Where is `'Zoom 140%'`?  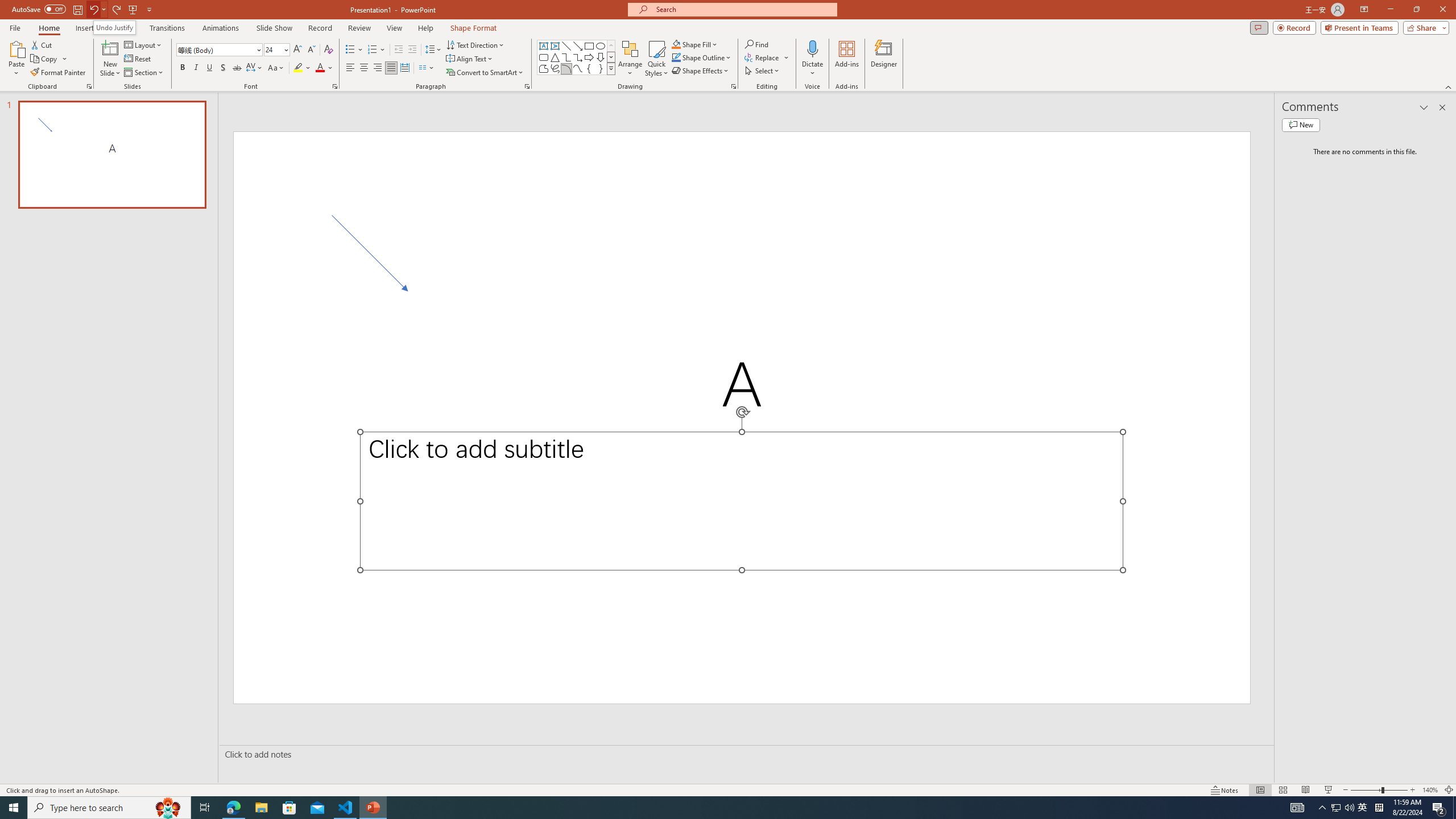 'Zoom 140%' is located at coordinates (1430, 790).